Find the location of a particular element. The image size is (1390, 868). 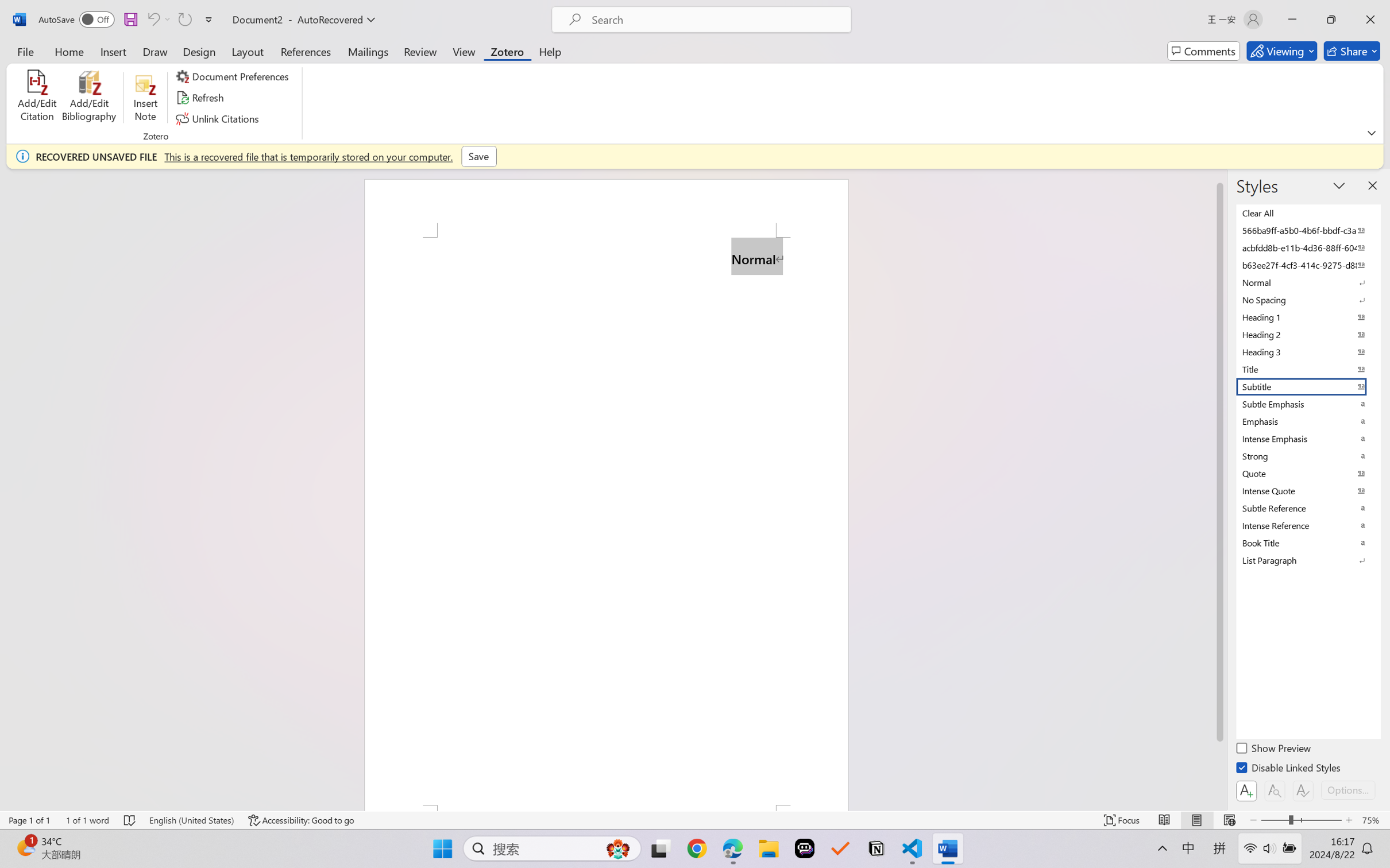

'No Spacing' is located at coordinates (1307, 300).